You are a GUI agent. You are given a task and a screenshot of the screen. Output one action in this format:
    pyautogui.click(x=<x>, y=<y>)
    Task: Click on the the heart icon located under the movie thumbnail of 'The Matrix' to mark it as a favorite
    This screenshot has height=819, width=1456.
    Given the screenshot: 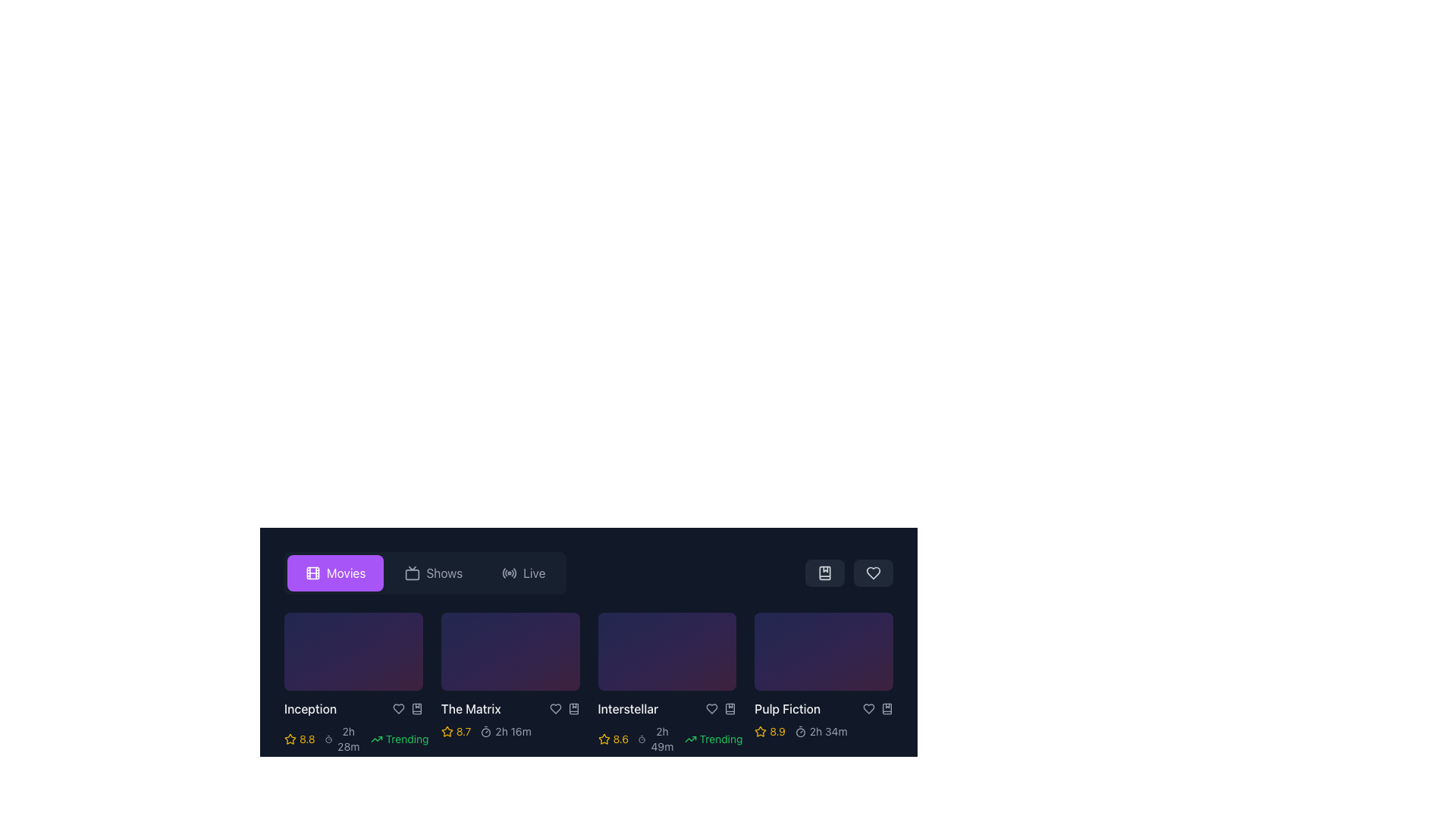 What is the action you would take?
    pyautogui.click(x=554, y=708)
    